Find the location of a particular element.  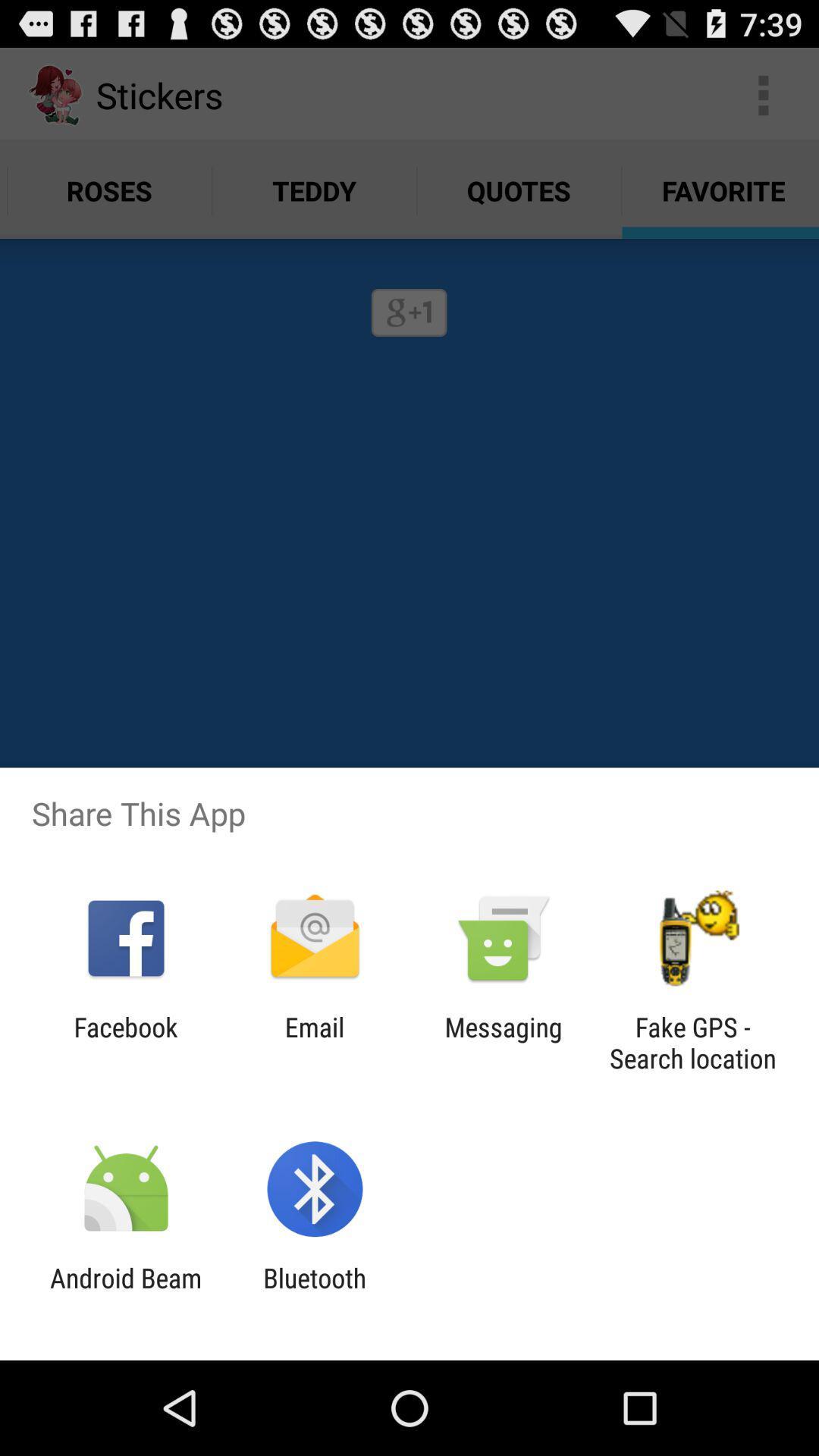

messaging is located at coordinates (504, 1042).